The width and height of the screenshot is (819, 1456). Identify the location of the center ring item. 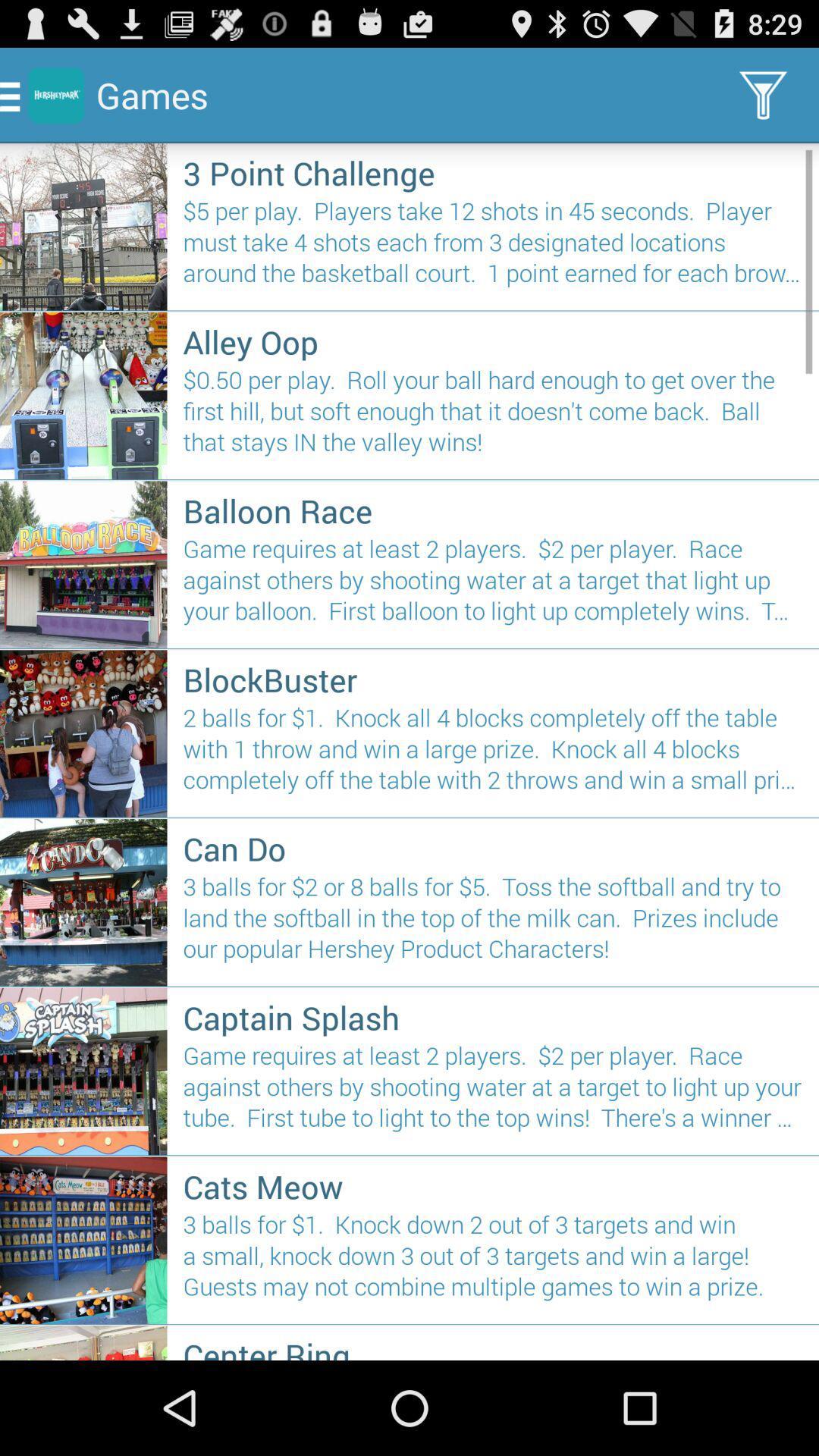
(493, 1347).